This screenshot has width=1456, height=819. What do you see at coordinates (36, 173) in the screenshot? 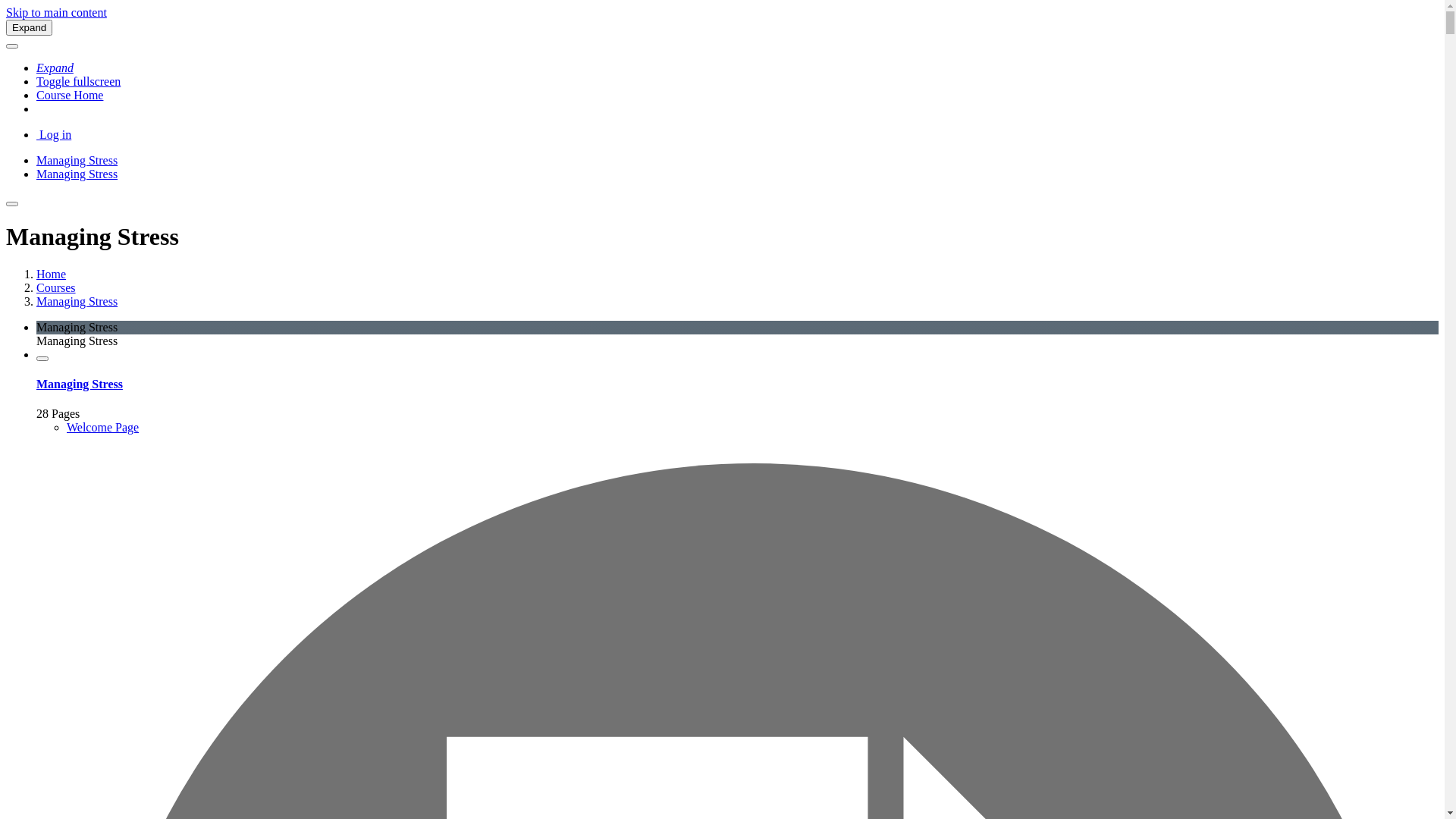
I see `'Managing Stress'` at bounding box center [36, 173].